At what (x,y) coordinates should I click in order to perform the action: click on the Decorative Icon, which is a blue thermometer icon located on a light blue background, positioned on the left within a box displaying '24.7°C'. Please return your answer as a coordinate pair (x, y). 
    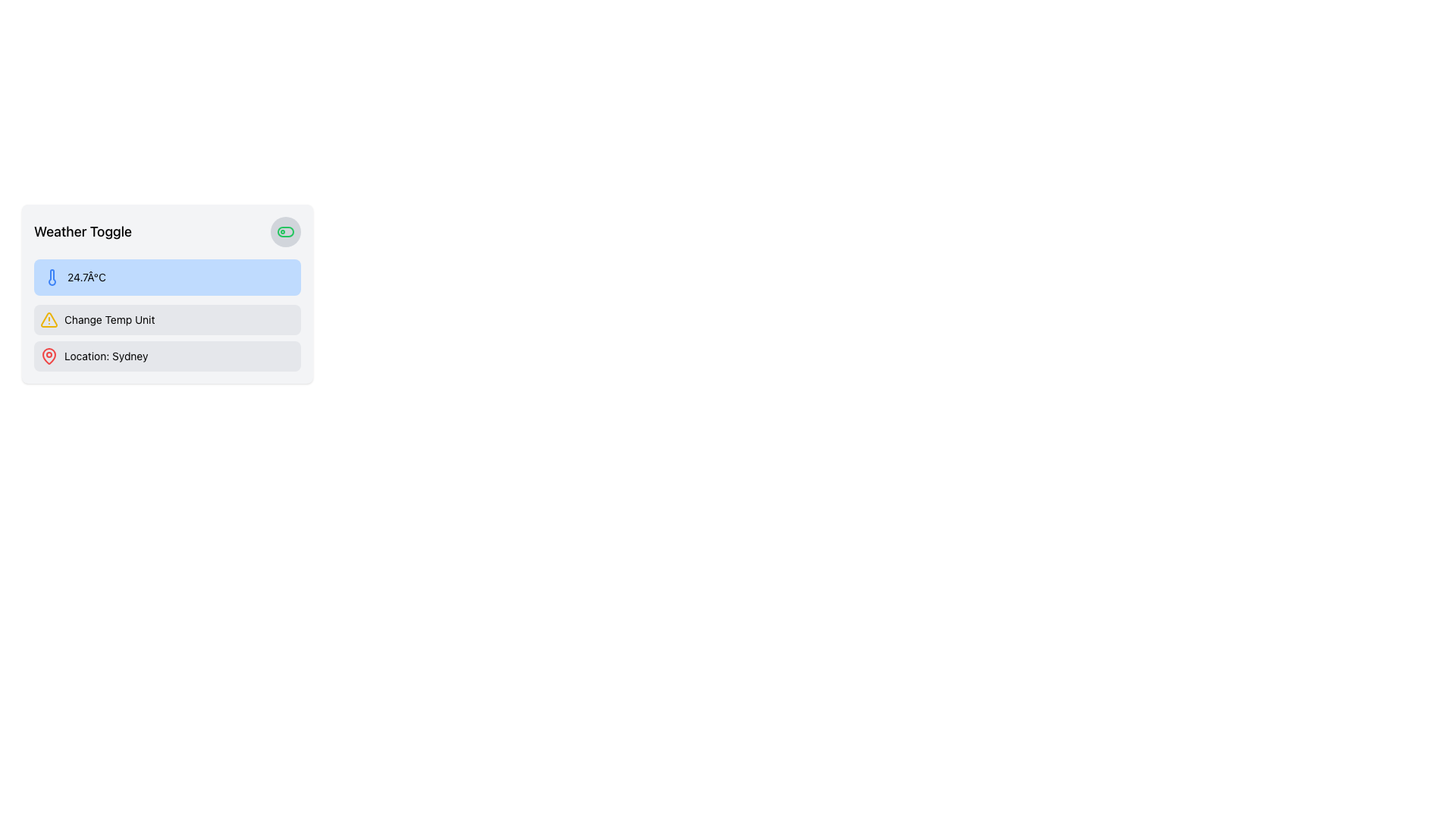
    Looking at the image, I should click on (52, 278).